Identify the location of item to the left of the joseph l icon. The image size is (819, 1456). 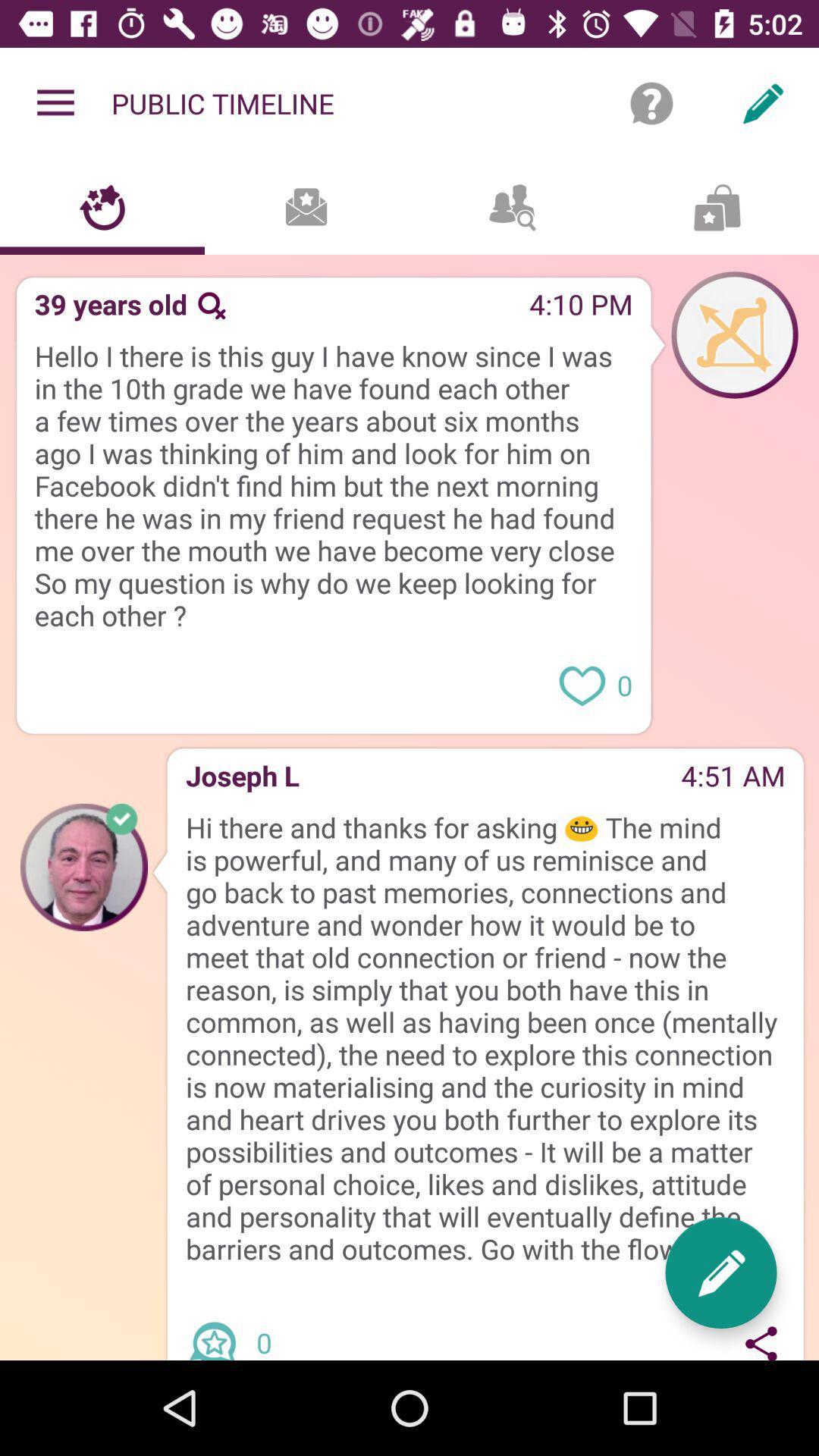
(84, 867).